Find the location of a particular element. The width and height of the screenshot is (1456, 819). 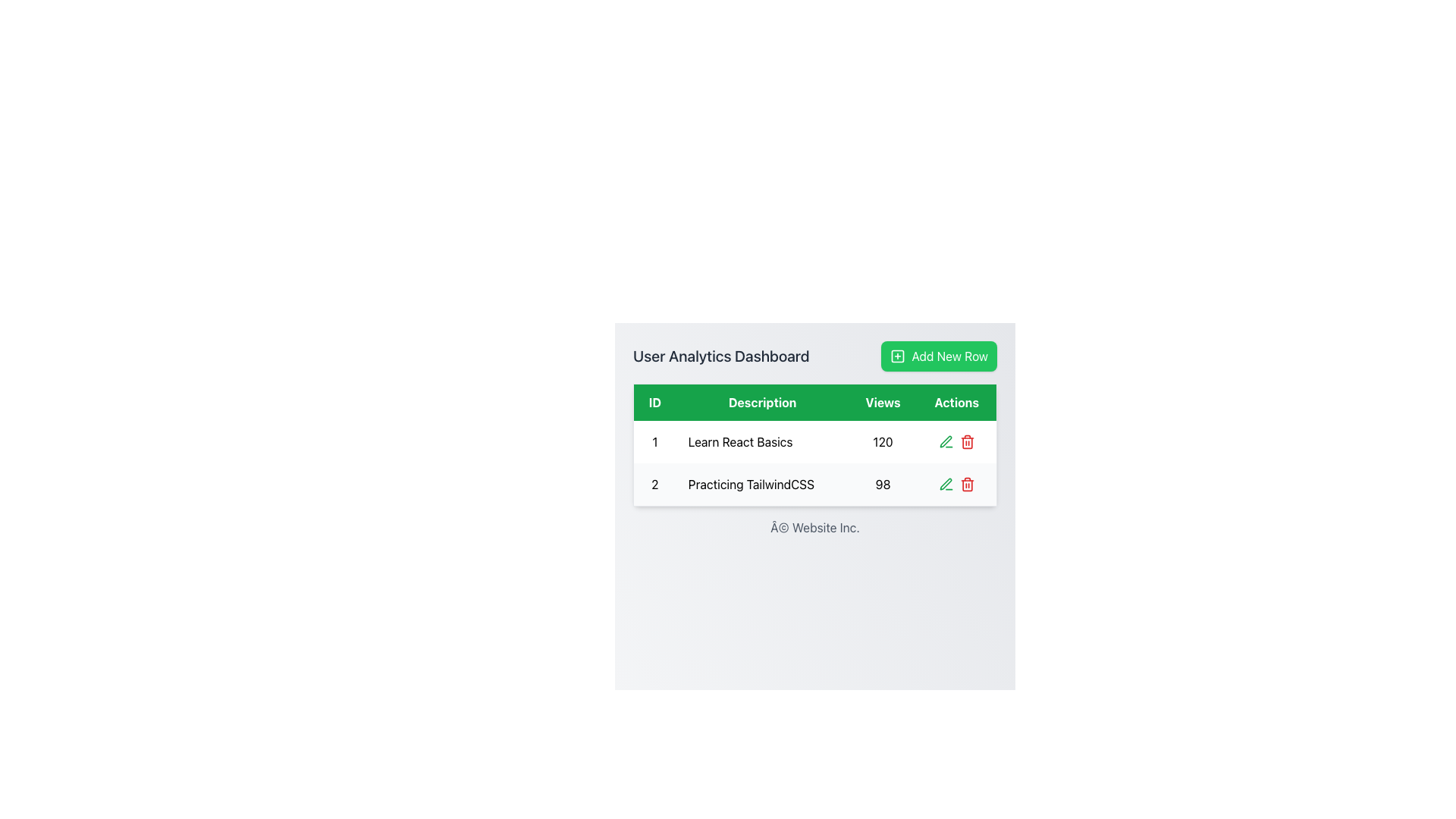

the green square with rounded corners located within the 'Add New Row' button, positioned in the top right corner of the table header section is located at coordinates (898, 356).